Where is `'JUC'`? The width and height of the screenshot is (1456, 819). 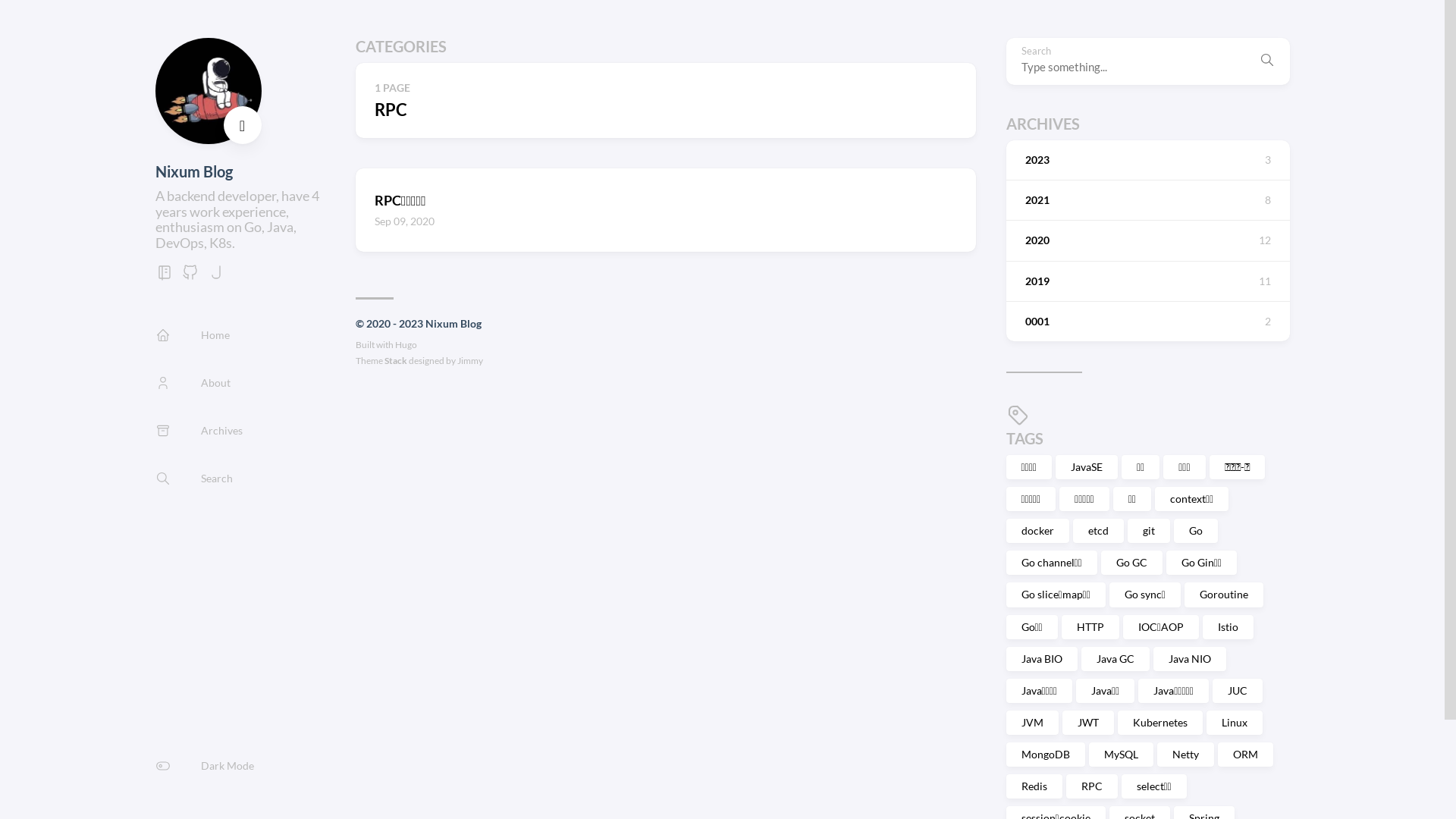 'JUC' is located at coordinates (1238, 690).